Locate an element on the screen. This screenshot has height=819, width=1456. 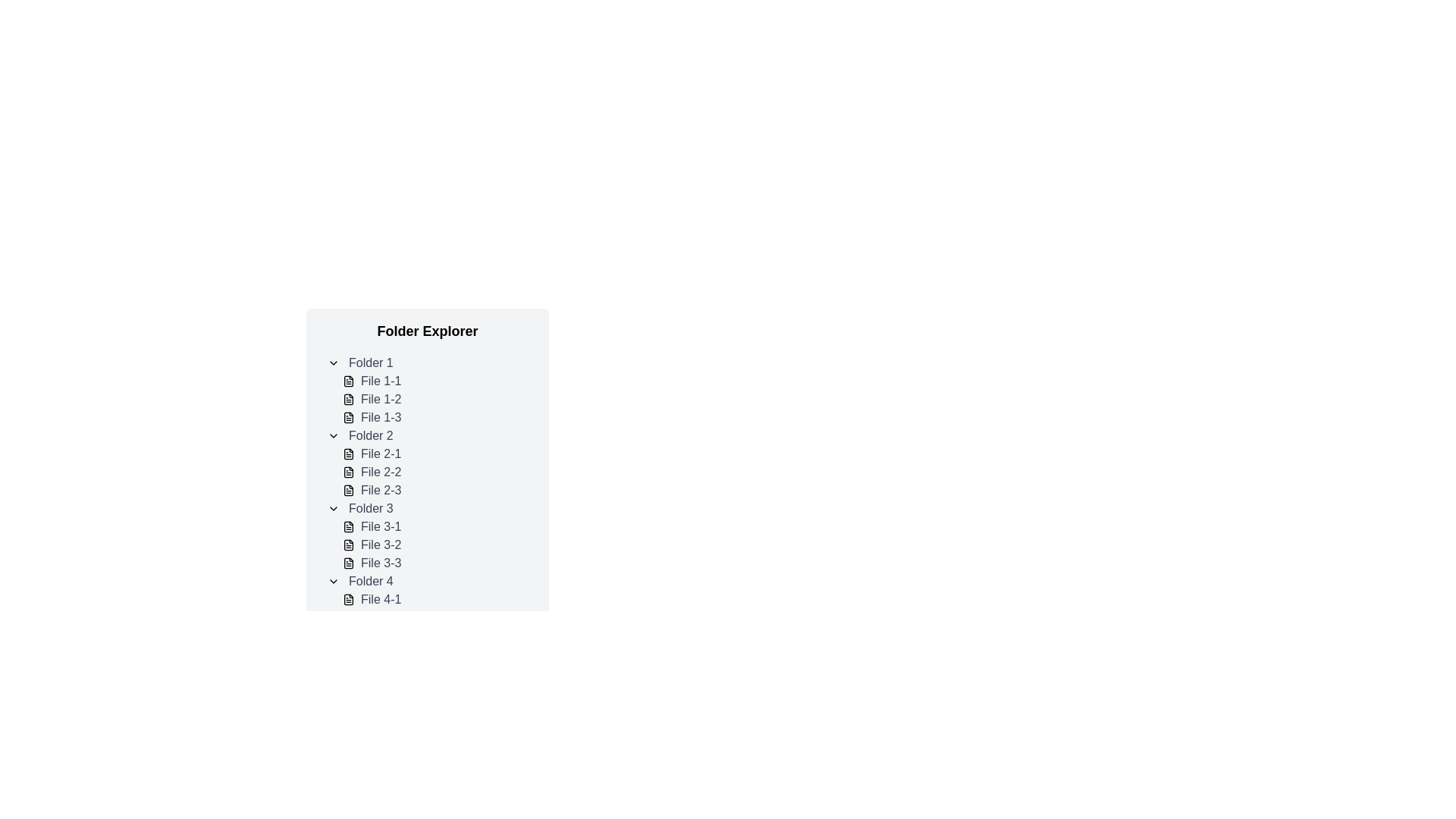
the document icon located next to the text 'File 2-2' under 'Folder 2' is located at coordinates (348, 472).